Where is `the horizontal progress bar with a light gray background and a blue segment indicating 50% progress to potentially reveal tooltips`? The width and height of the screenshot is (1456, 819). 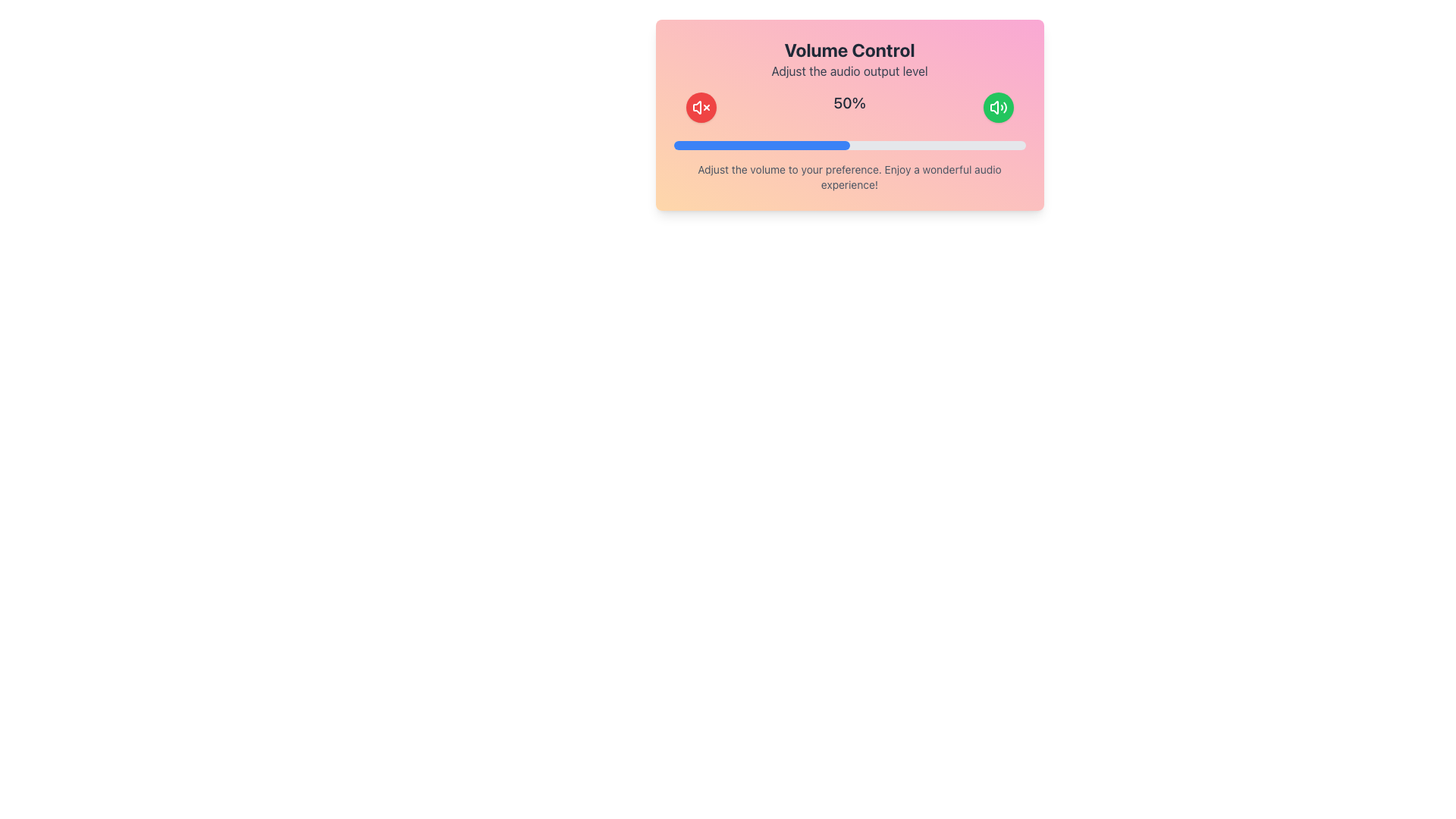
the horizontal progress bar with a light gray background and a blue segment indicating 50% progress to potentially reveal tooltips is located at coordinates (849, 146).